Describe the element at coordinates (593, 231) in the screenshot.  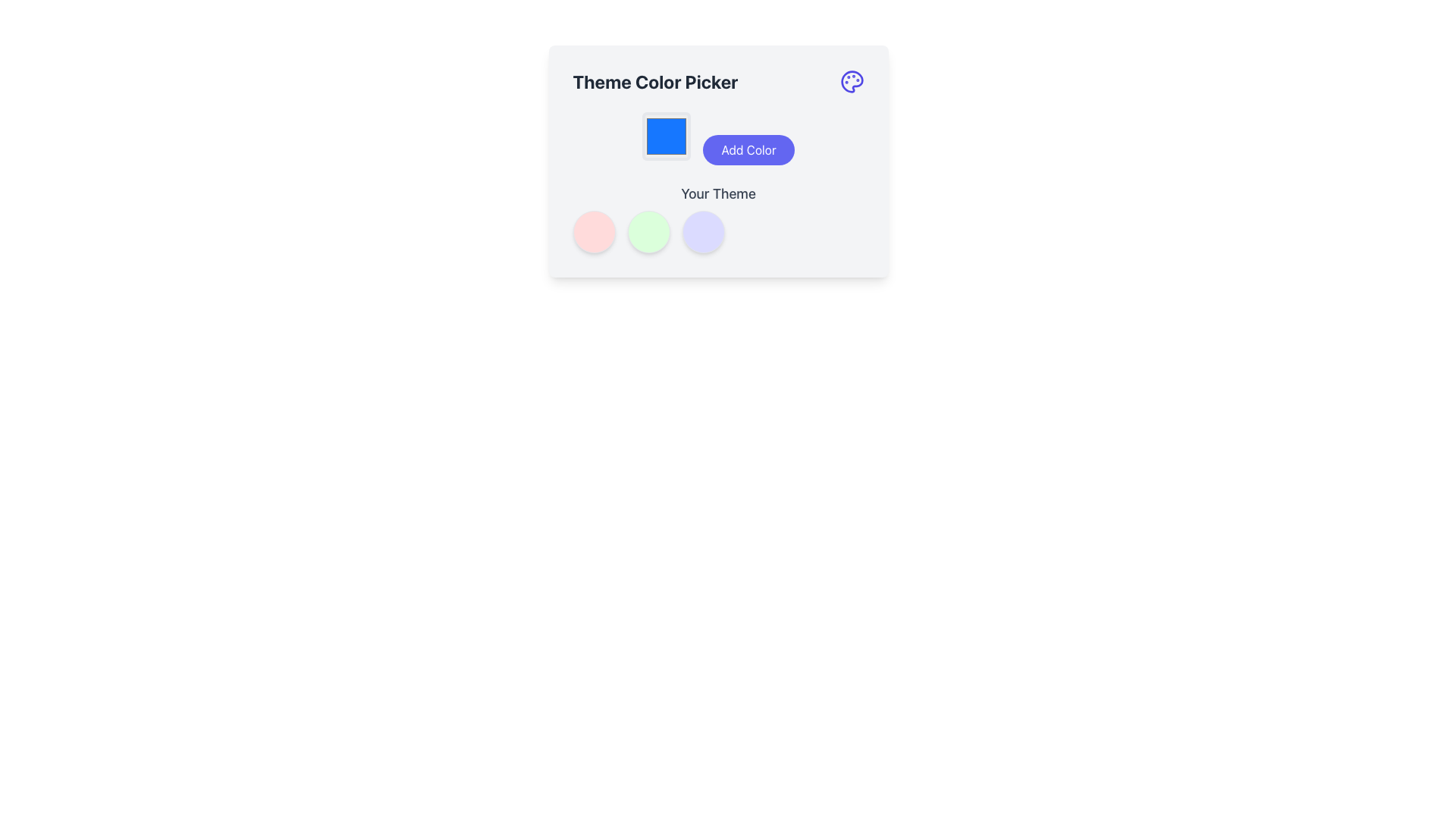
I see `the first circular decorative element with a soft pink background, located near the bottom of the 'Your Theme' section` at that location.